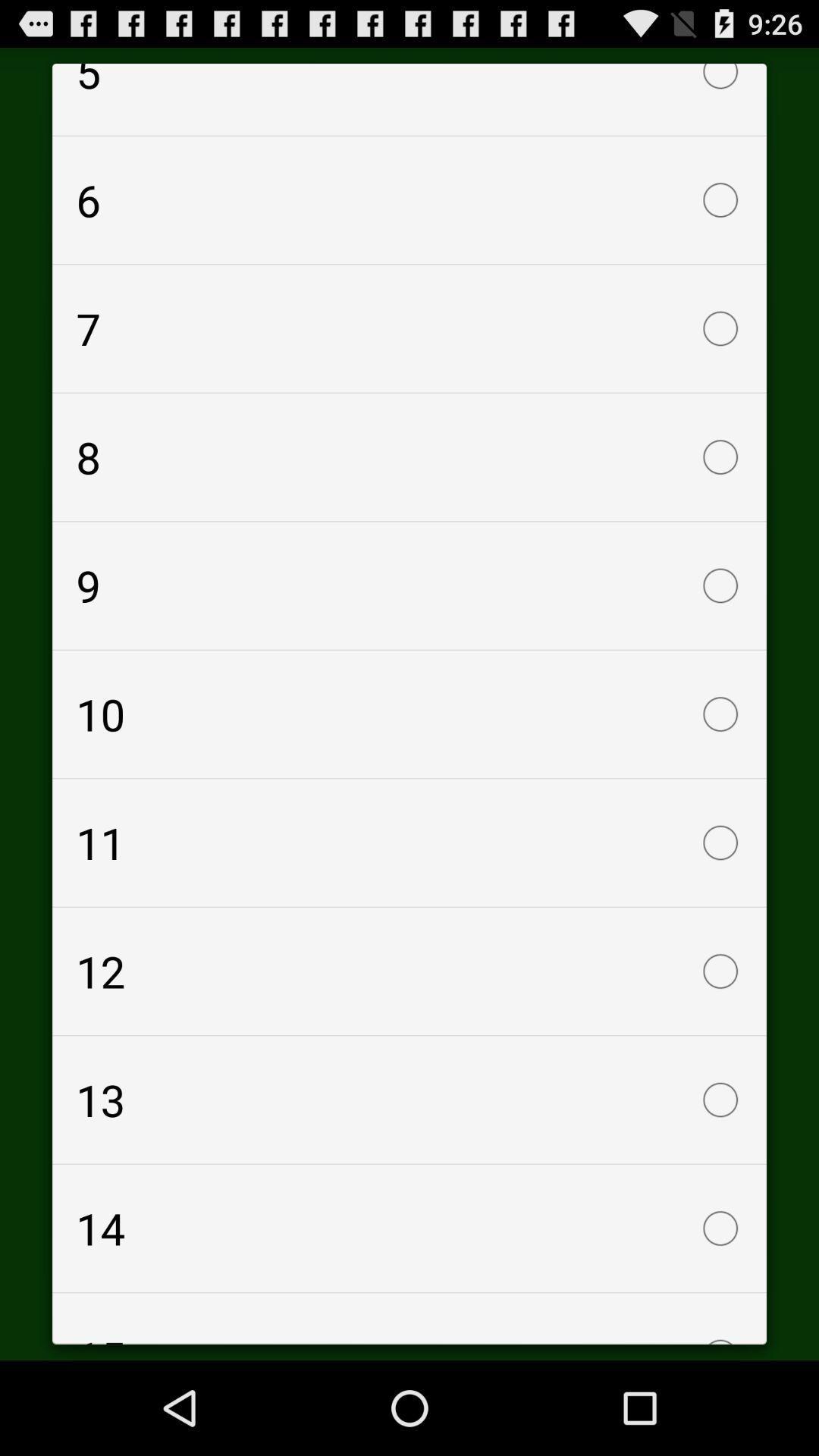  What do you see at coordinates (409, 1228) in the screenshot?
I see `the item below the 13 icon` at bounding box center [409, 1228].